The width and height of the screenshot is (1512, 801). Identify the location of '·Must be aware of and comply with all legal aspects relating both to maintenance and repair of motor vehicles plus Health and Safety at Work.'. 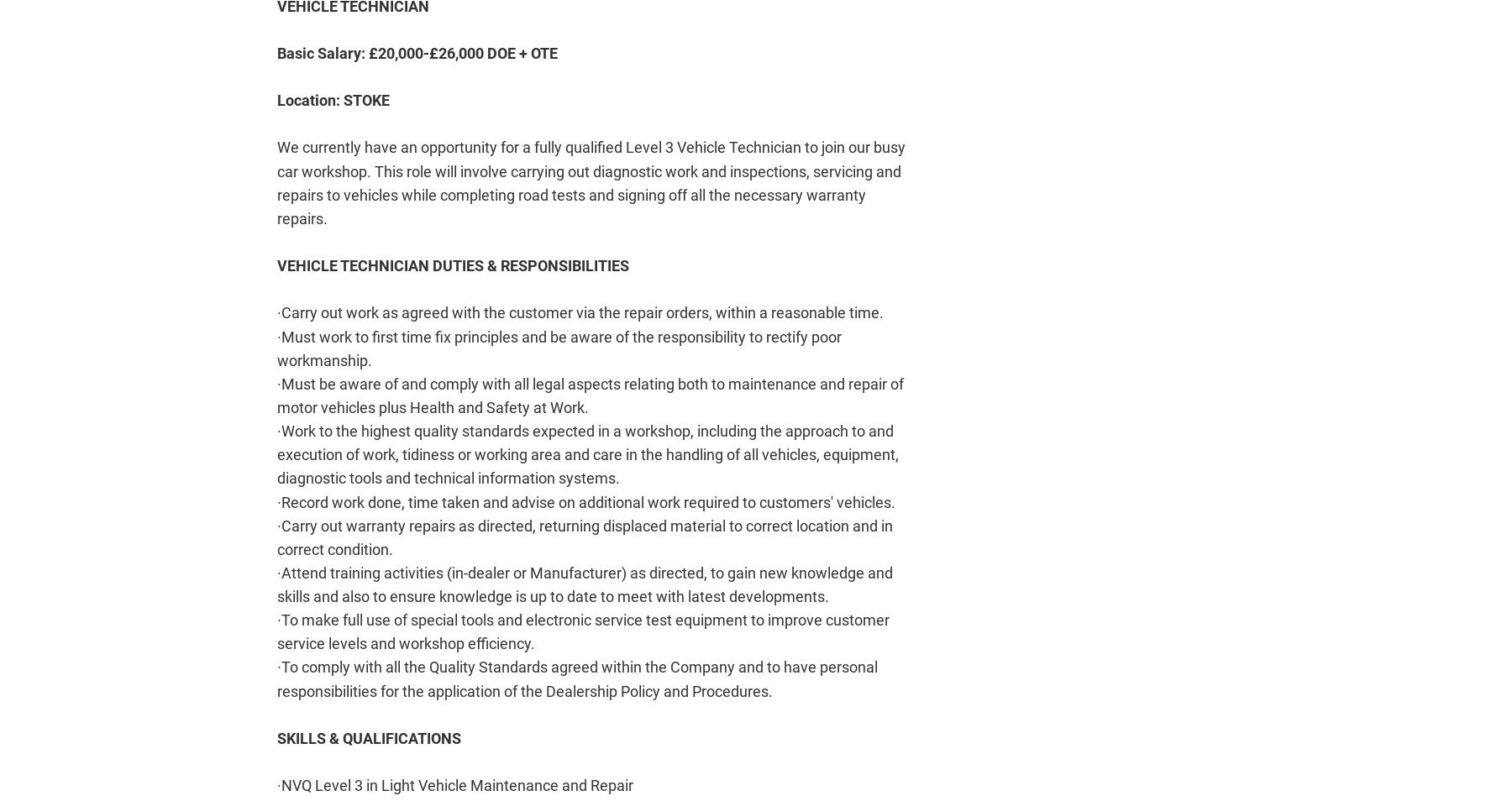
(590, 395).